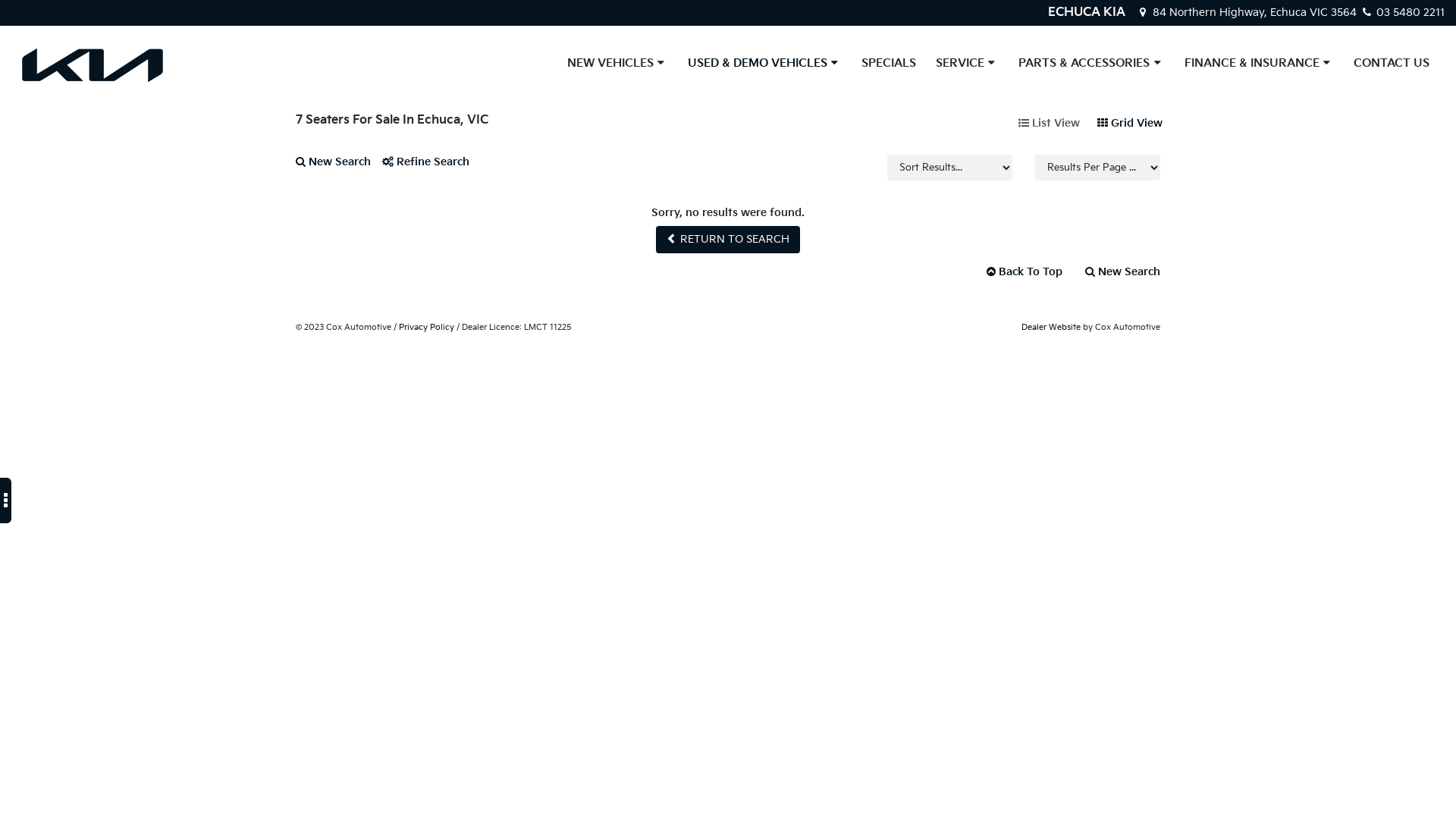 The image size is (1456, 819). I want to click on 'Refine Search', so click(431, 168).